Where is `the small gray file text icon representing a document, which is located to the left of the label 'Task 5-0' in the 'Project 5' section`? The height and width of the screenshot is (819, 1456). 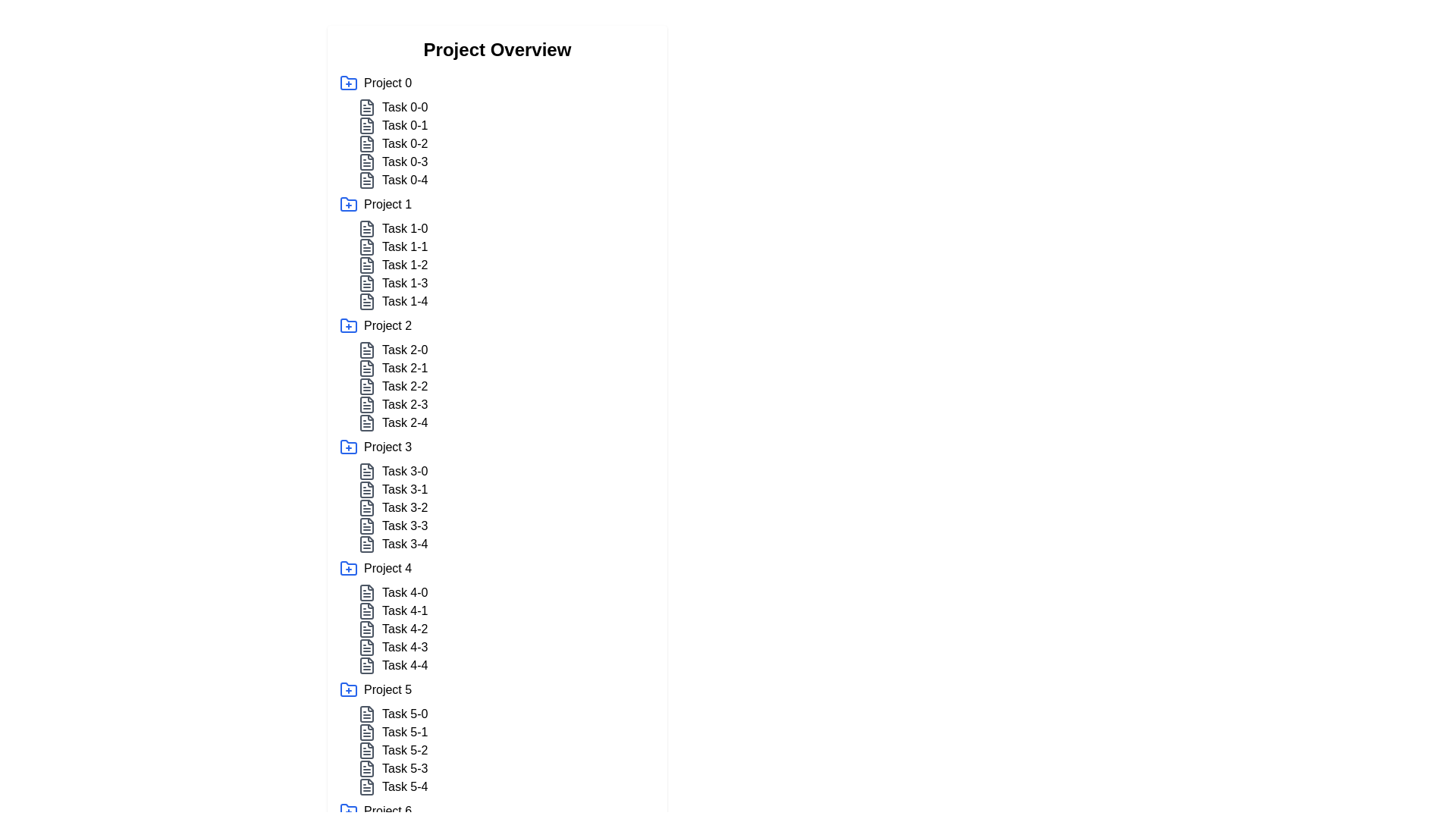
the small gray file text icon representing a document, which is located to the left of the label 'Task 5-0' in the 'Project 5' section is located at coordinates (367, 714).